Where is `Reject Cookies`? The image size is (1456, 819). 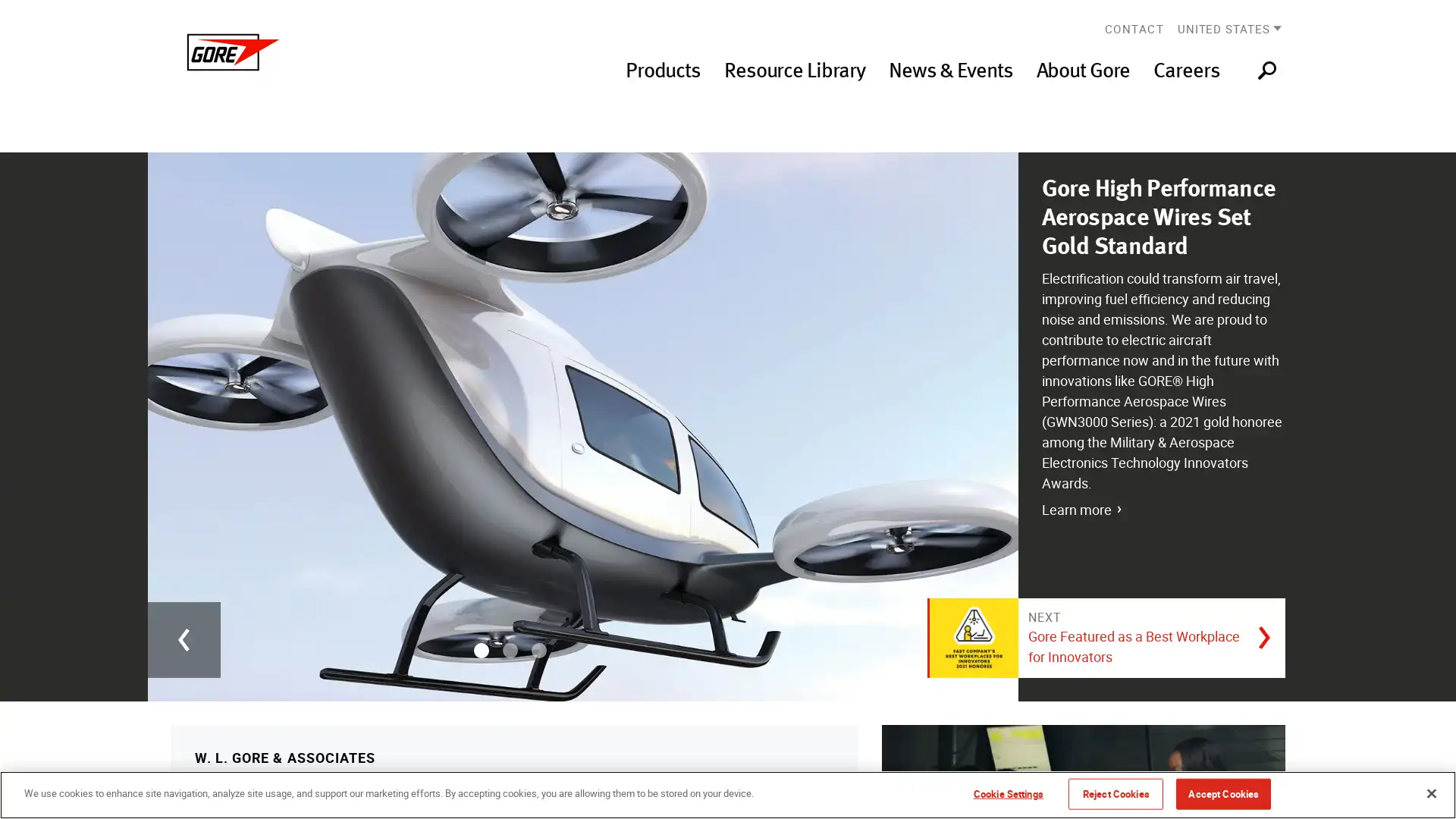 Reject Cookies is located at coordinates (1116, 792).